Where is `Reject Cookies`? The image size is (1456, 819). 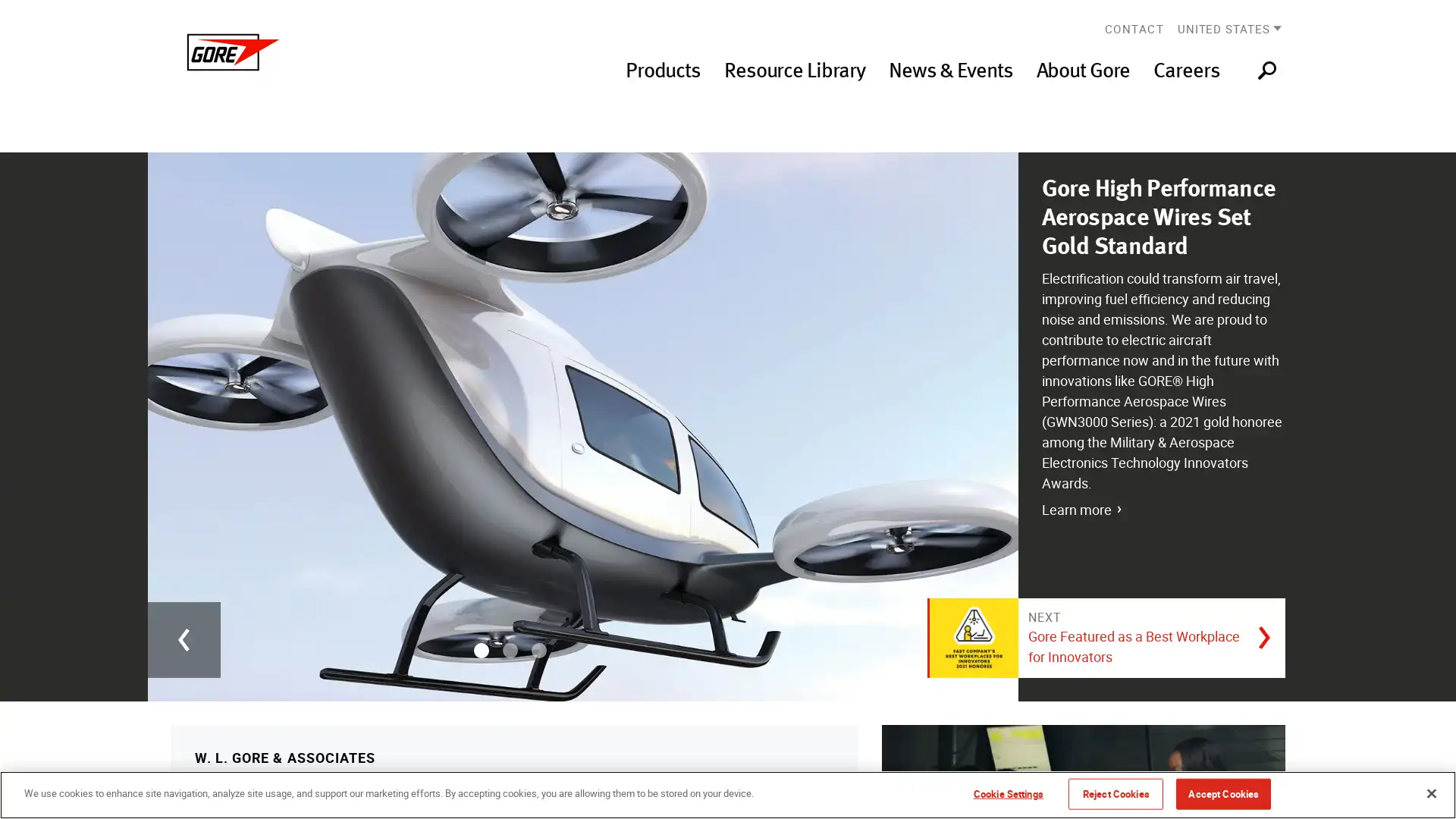 Reject Cookies is located at coordinates (1116, 792).